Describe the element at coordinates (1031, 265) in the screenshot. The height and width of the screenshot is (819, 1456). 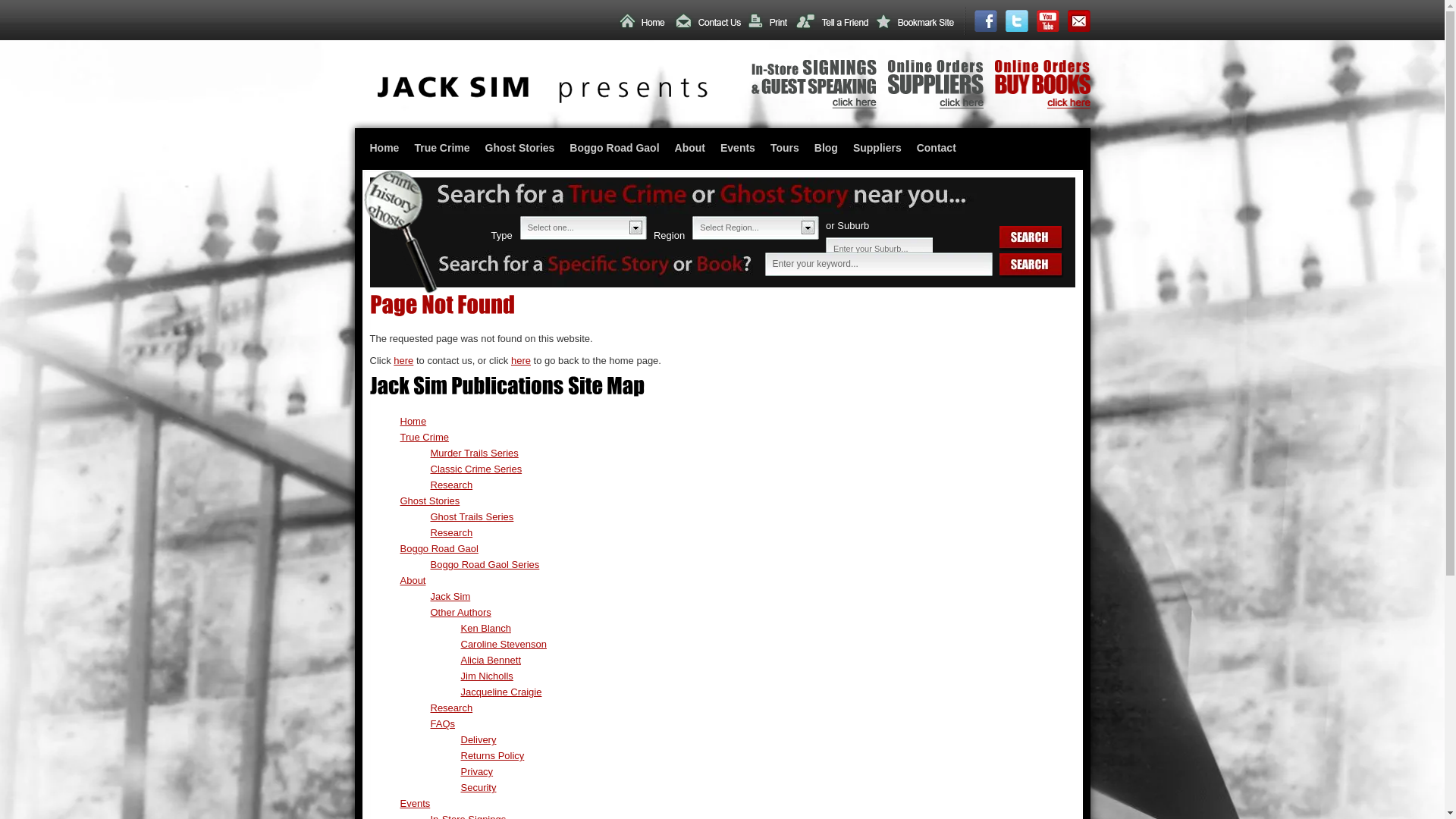
I see `'Search'` at that location.